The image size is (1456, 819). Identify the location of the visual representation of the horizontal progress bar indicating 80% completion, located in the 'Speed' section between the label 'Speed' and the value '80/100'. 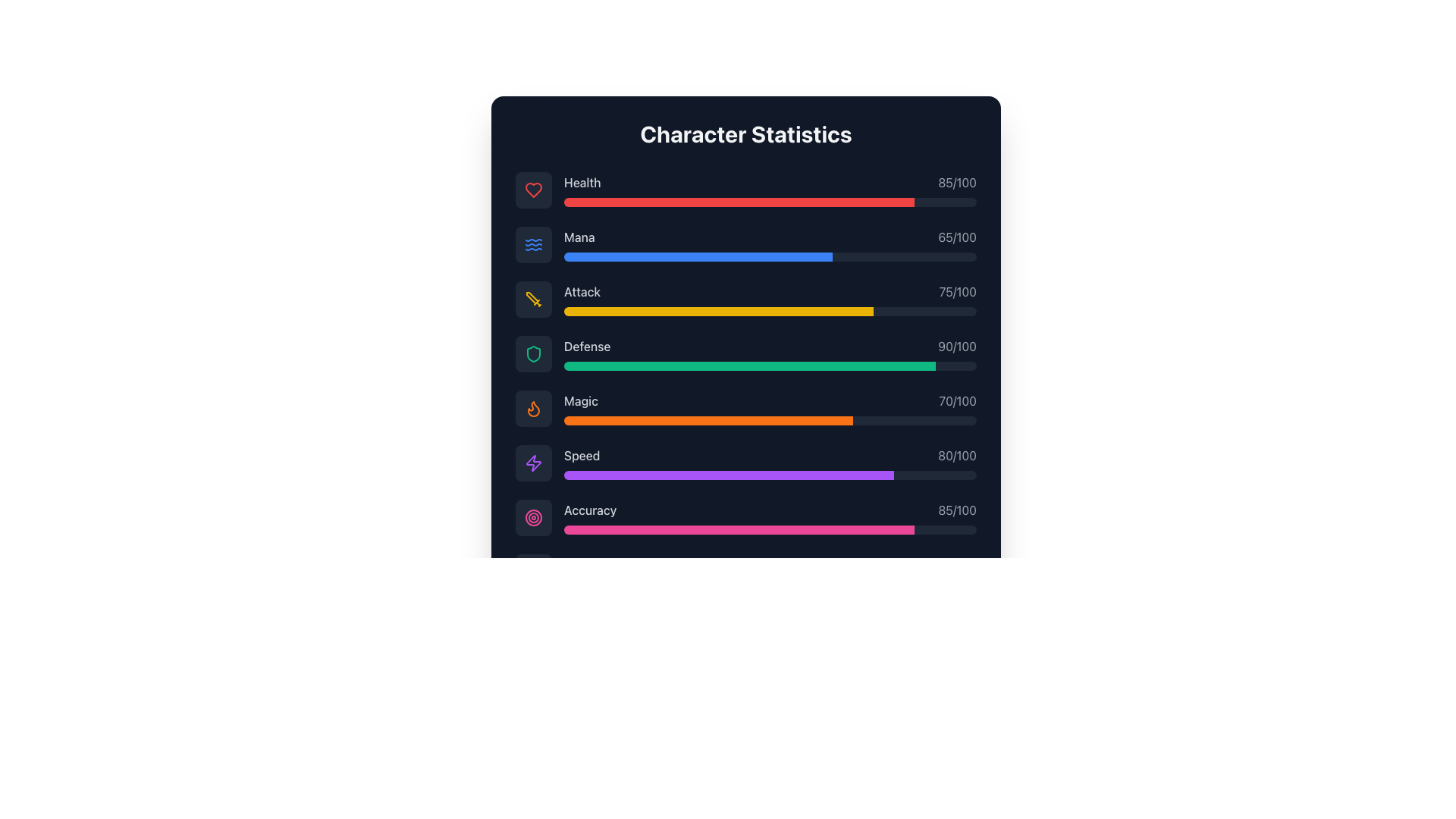
(770, 475).